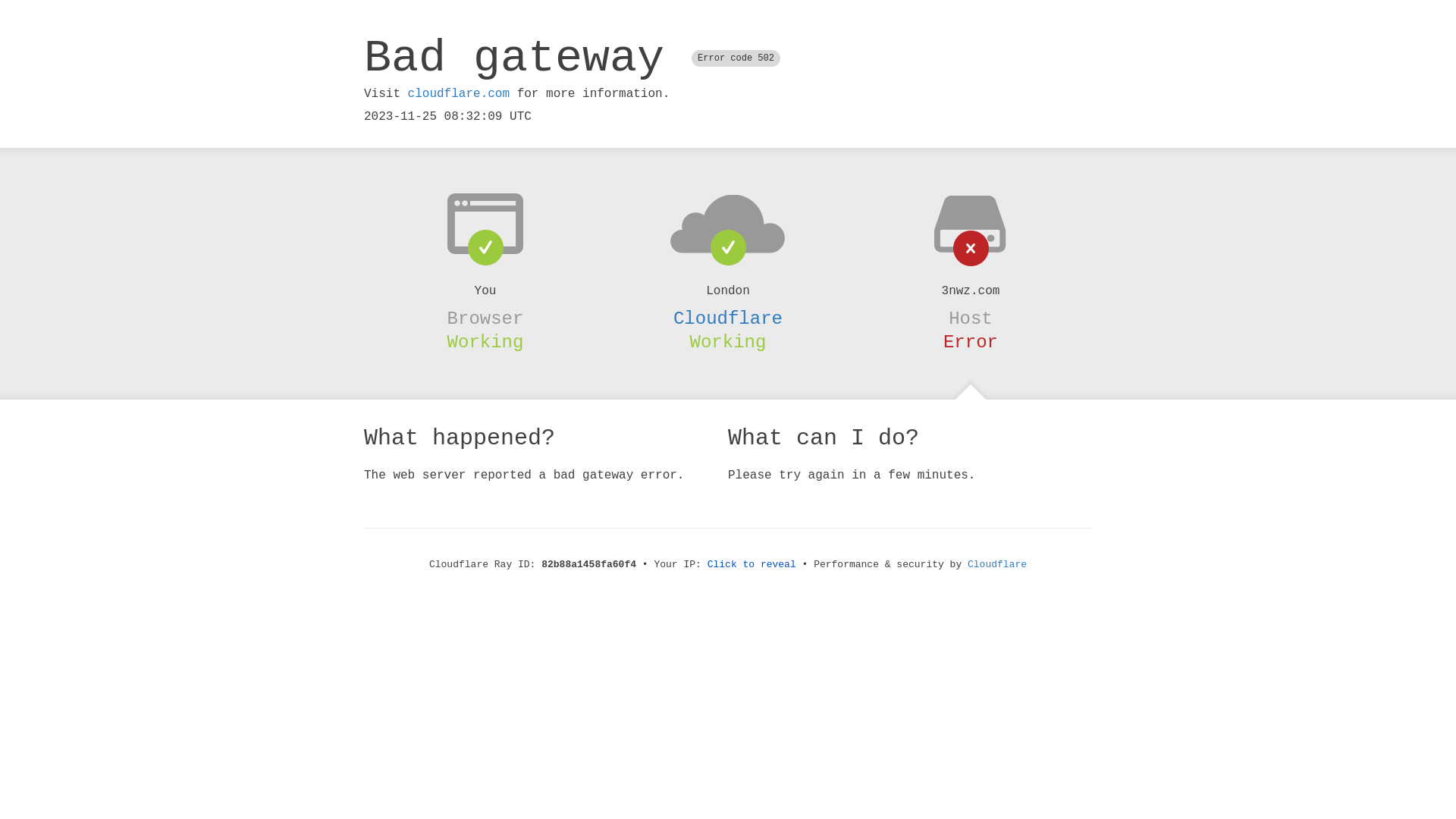 The image size is (1456, 819). Describe the element at coordinates (728, 318) in the screenshot. I see `'Cloudflare'` at that location.